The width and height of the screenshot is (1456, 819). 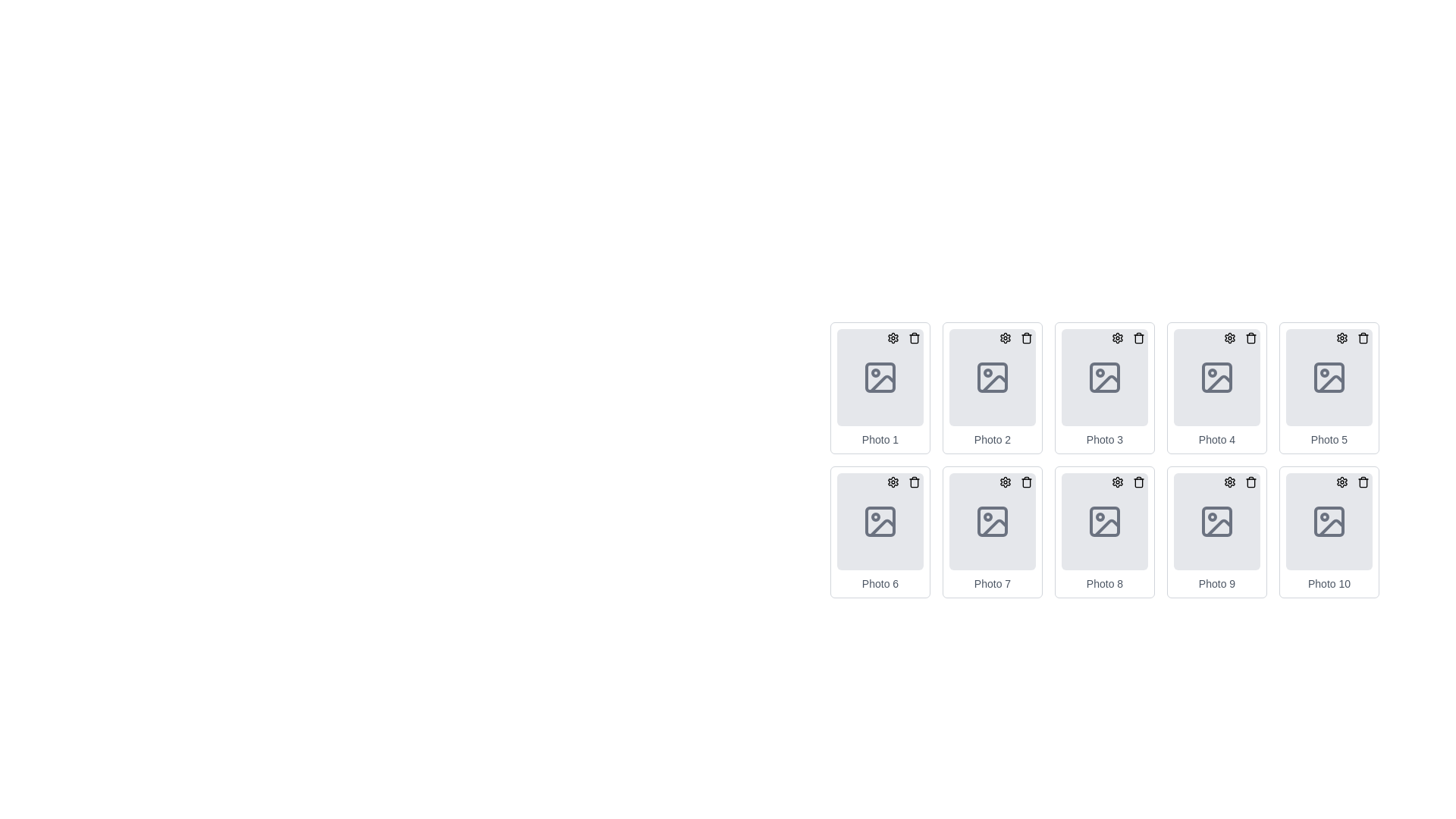 I want to click on the gear icon in the Settings and action group located in the top-right corner of the 'Photo 8' card, so click(x=1128, y=482).